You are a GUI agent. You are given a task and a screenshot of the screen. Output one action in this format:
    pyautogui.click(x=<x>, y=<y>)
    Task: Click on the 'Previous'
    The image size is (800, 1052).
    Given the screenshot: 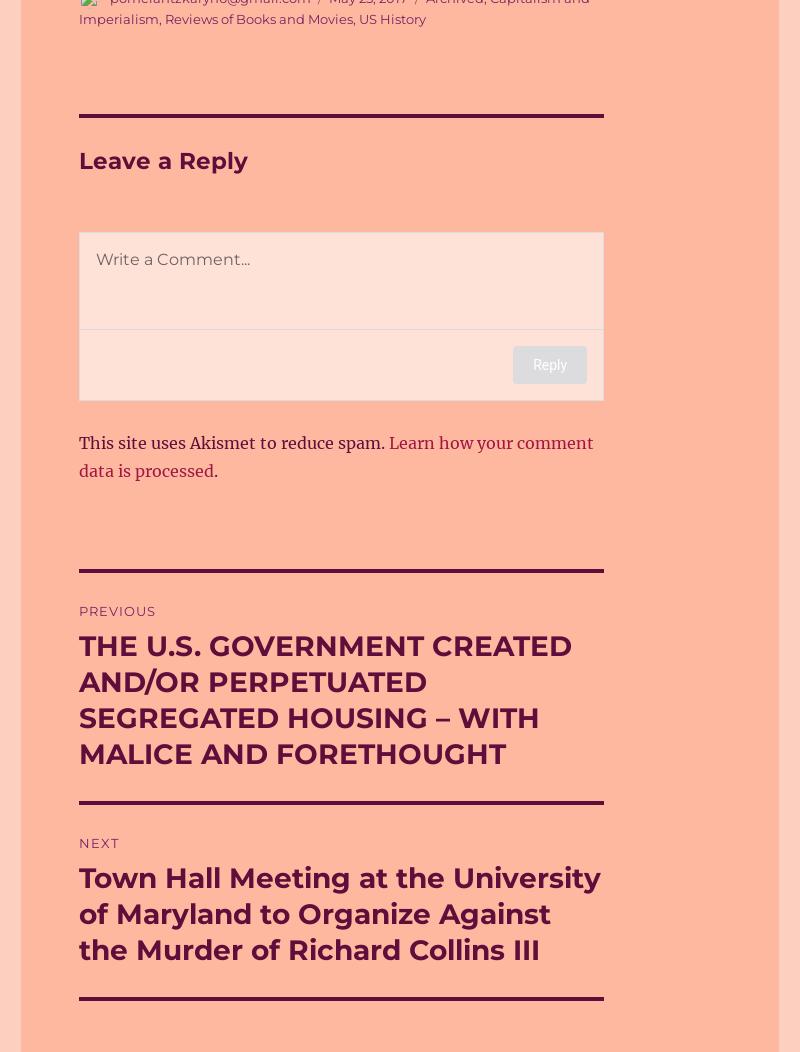 What is the action you would take?
    pyautogui.click(x=116, y=610)
    